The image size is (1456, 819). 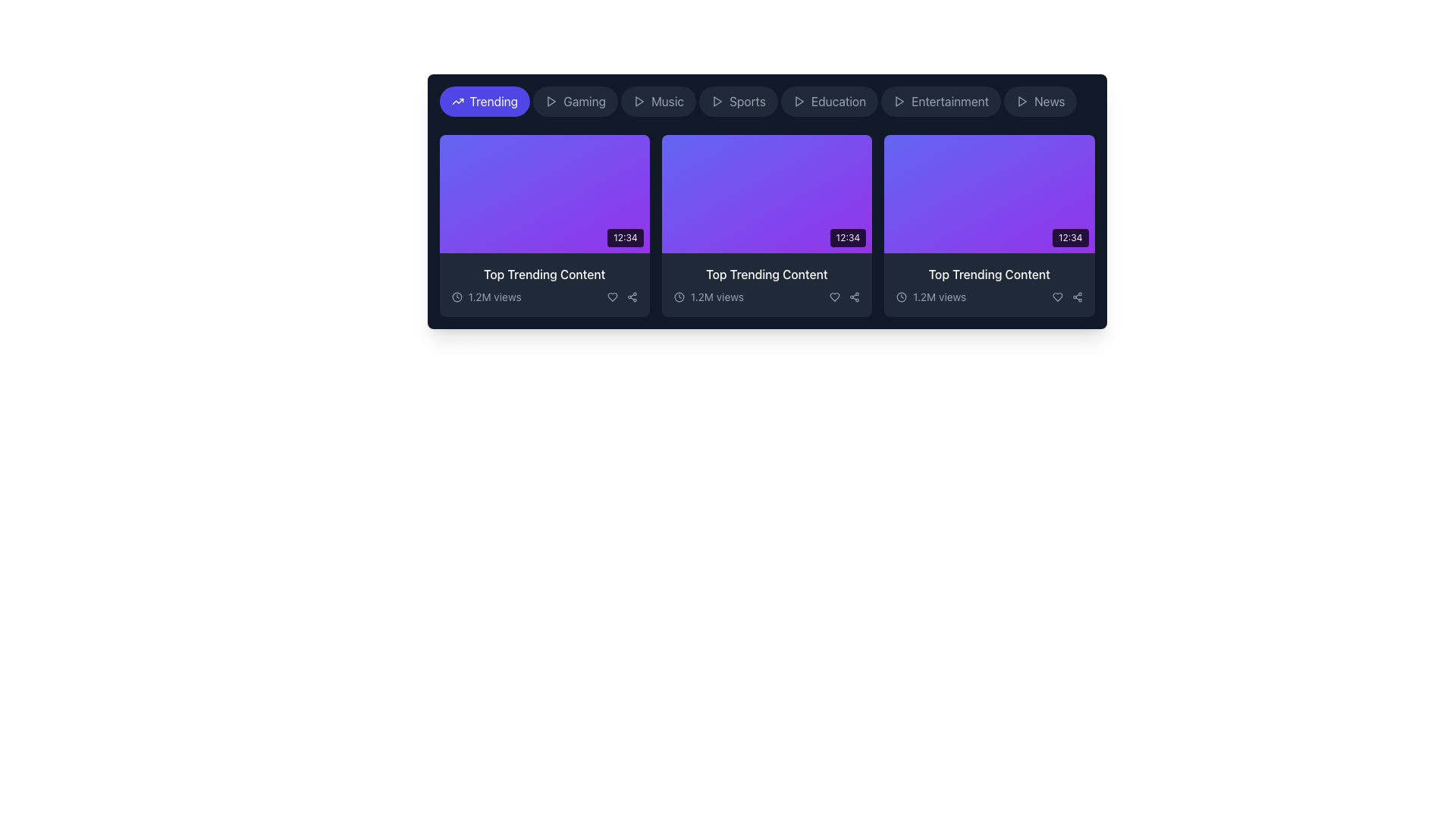 I want to click on the view count display field located beneath the 'Top Trending Content' title, positioned in the second card of the horizontally scrolling list, so click(x=767, y=297).